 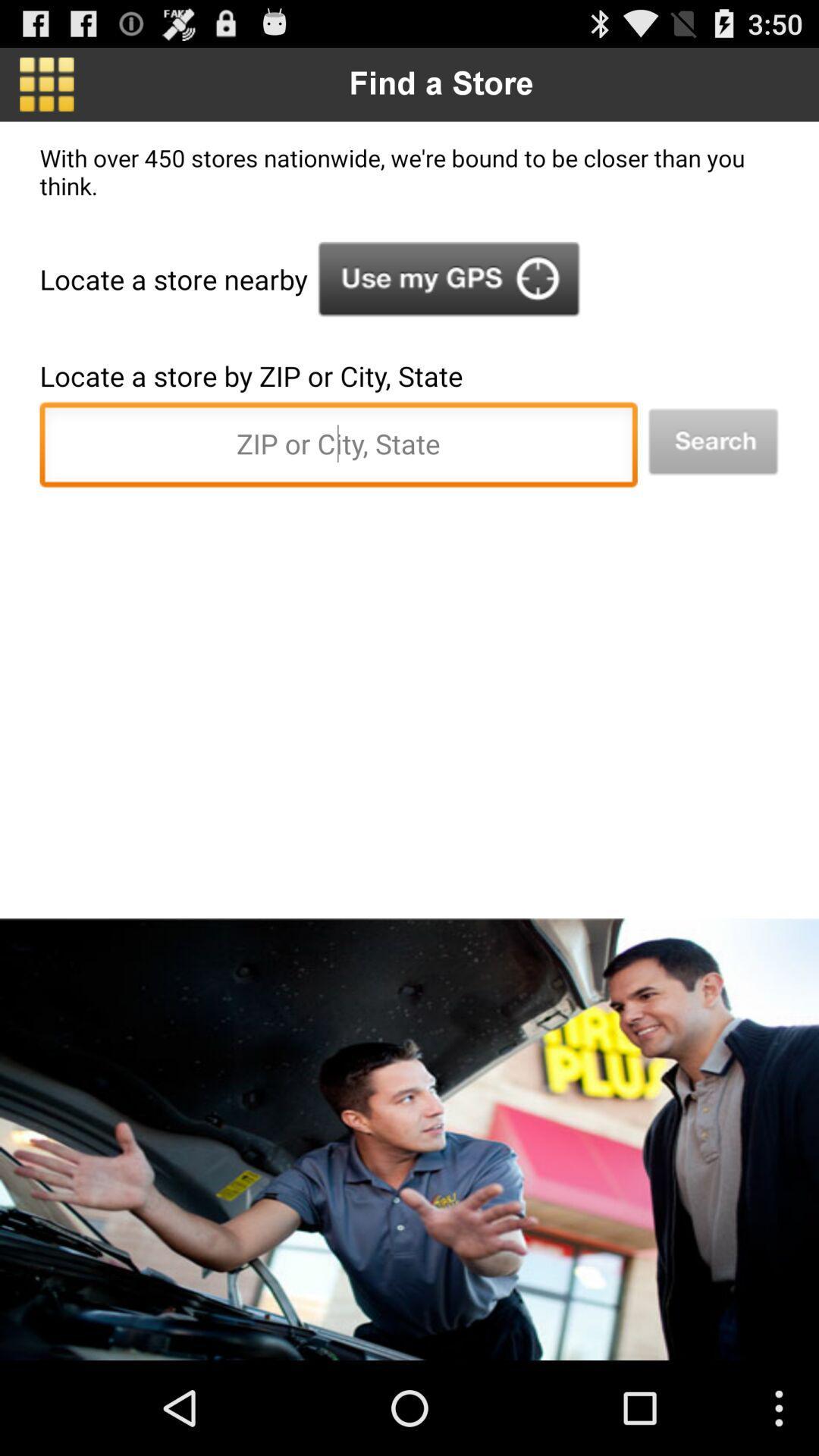 What do you see at coordinates (448, 279) in the screenshot?
I see `option to choose gps location` at bounding box center [448, 279].